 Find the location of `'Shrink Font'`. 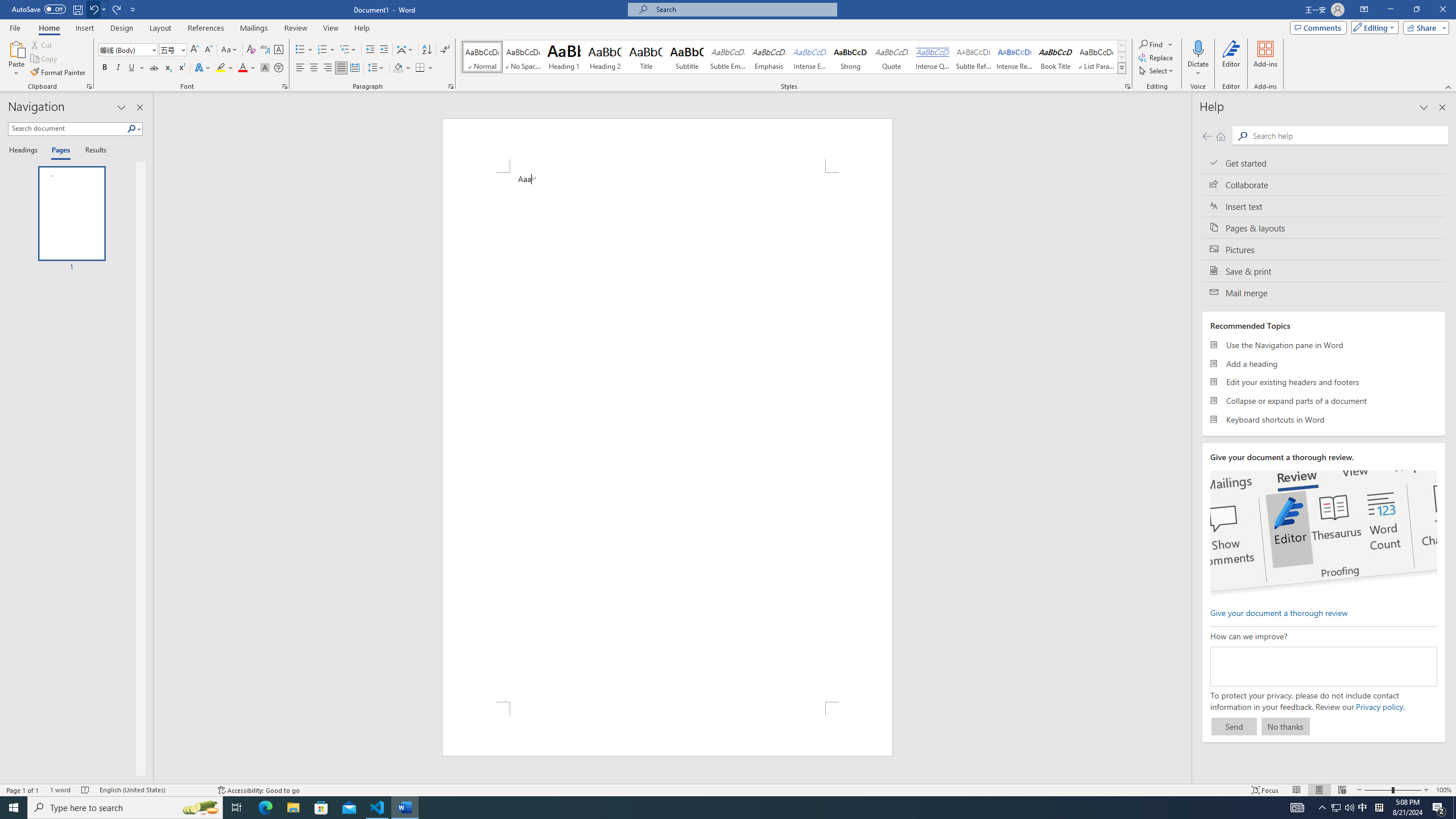

'Shrink Font' is located at coordinates (208, 49).